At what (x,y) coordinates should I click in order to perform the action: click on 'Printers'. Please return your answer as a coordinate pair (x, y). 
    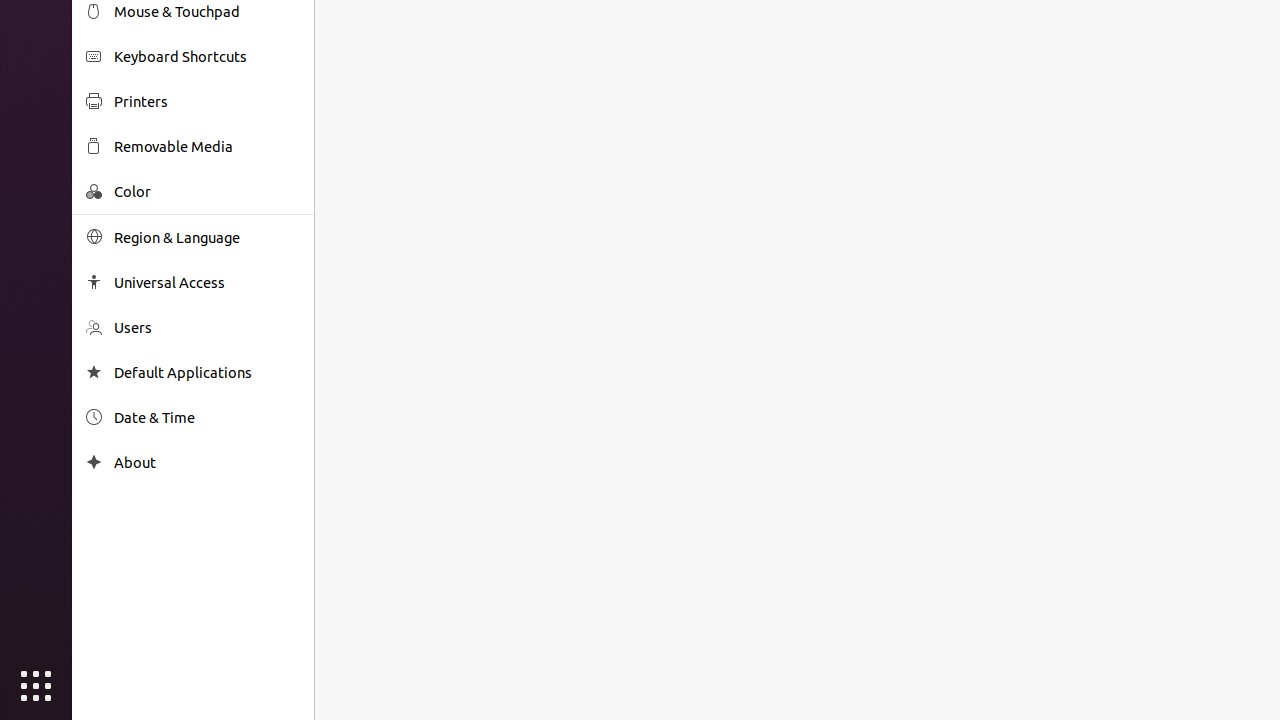
    Looking at the image, I should click on (206, 101).